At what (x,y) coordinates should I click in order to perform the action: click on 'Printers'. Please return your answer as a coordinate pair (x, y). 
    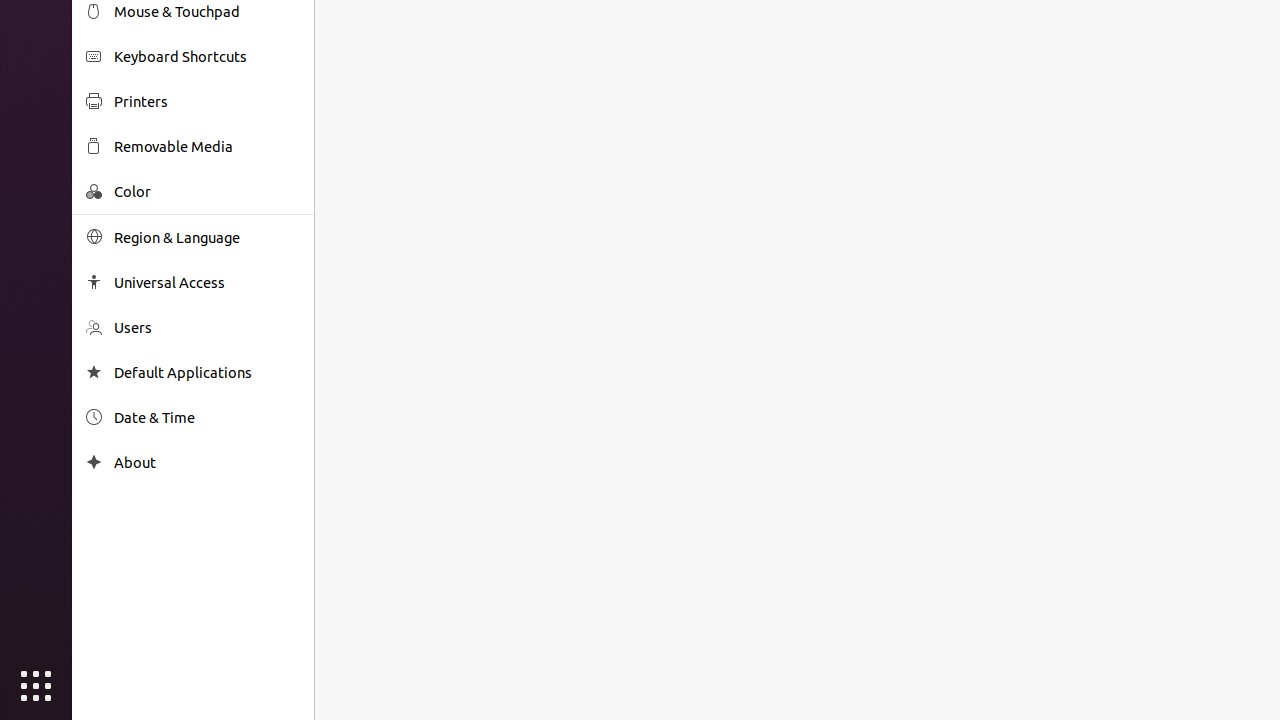
    Looking at the image, I should click on (206, 101).